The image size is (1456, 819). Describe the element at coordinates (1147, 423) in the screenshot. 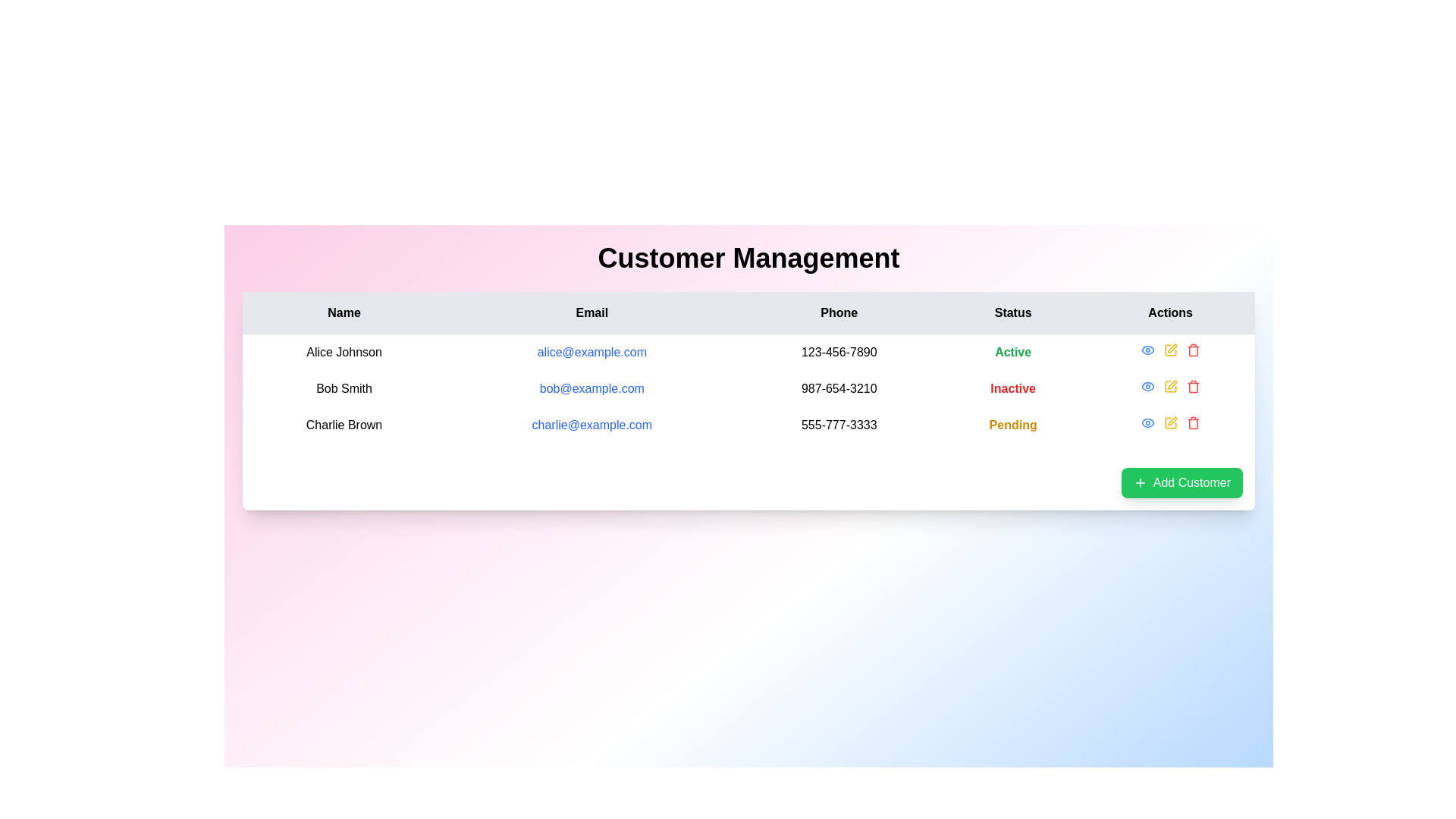

I see `the visibility toggle icon associated with user 'Bob Smith' in the 'Actions' column of the table` at that location.